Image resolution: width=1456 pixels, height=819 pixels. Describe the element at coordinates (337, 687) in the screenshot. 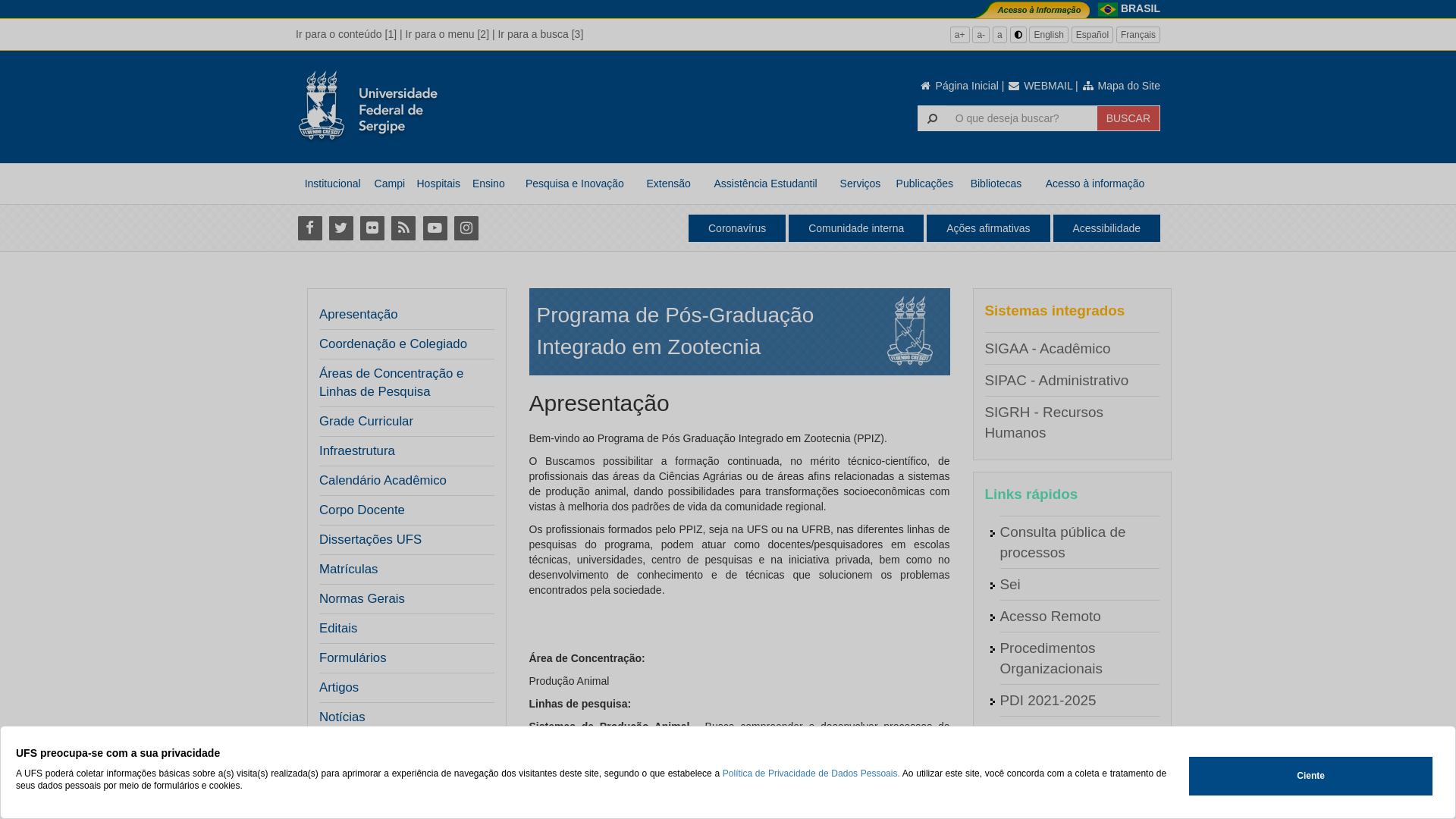

I see `'Artigos'` at that location.